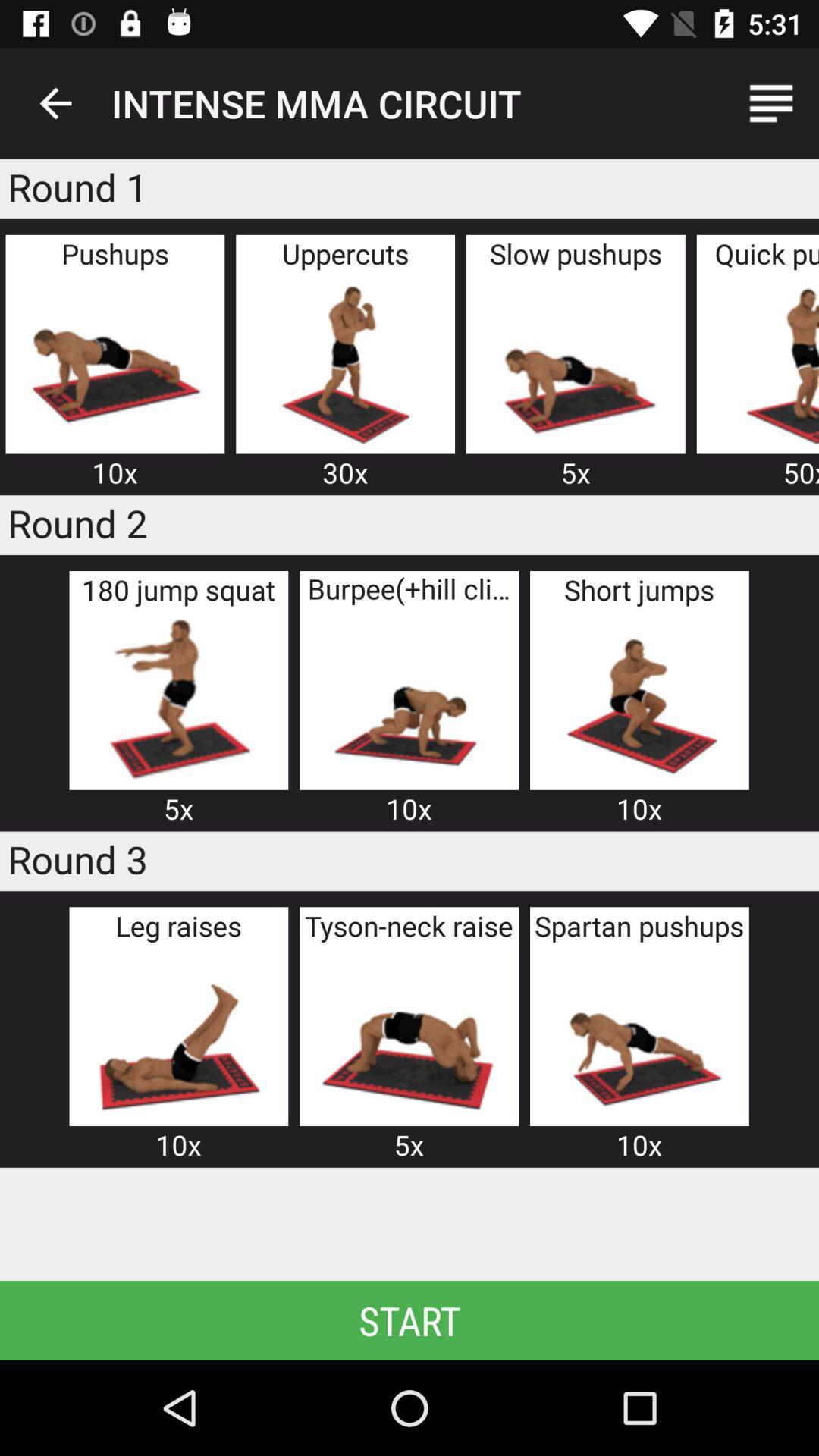 Image resolution: width=819 pixels, height=1456 pixels. I want to click on the item next to the intense mma circuit item, so click(771, 102).